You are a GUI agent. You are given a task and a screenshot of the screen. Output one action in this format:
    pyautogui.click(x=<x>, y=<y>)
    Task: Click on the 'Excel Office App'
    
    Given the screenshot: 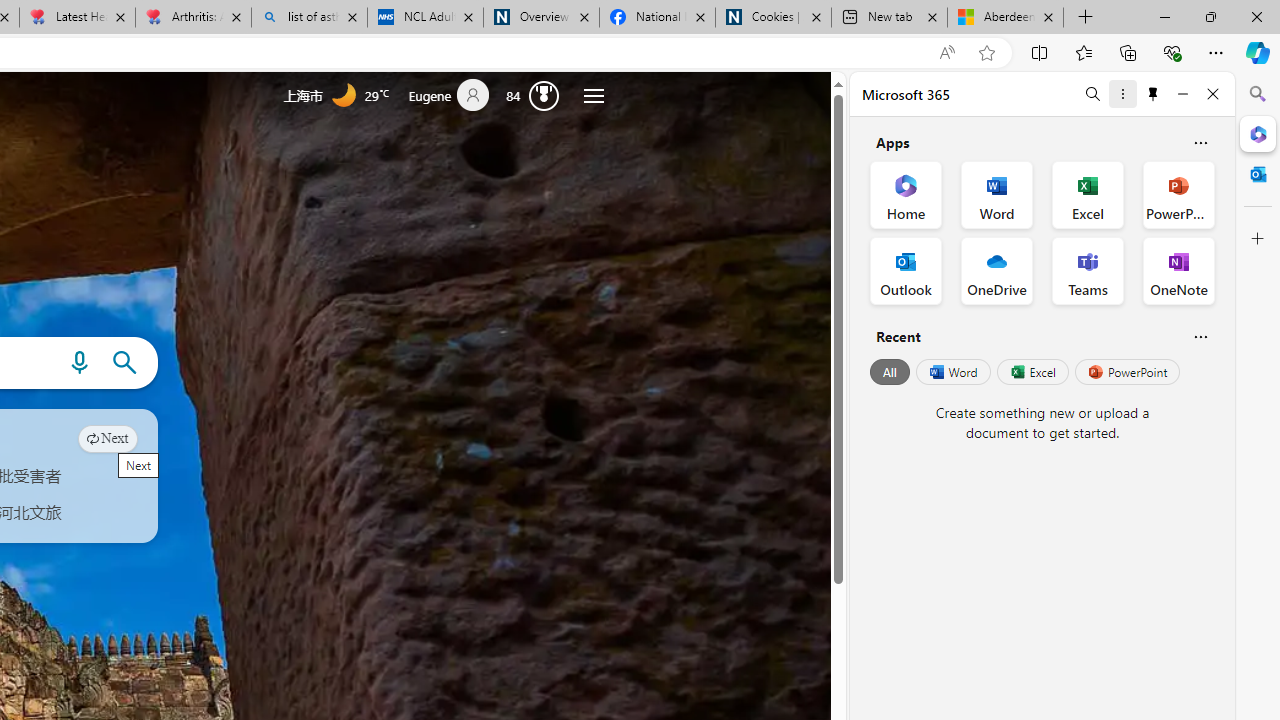 What is the action you would take?
    pyautogui.click(x=1087, y=195)
    